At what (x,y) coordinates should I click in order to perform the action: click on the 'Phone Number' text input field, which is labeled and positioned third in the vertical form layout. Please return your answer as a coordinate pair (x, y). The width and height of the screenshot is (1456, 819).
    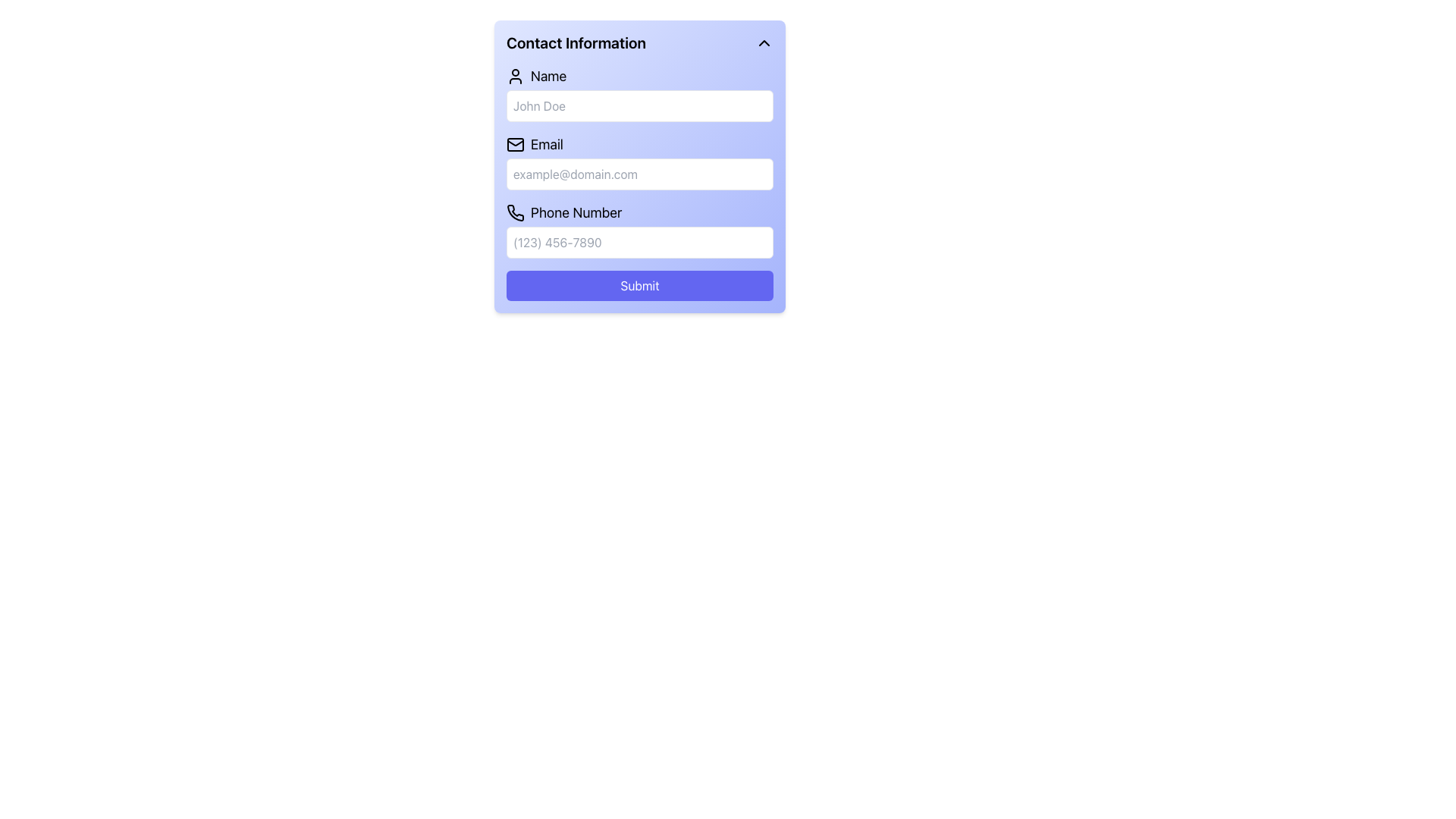
    Looking at the image, I should click on (640, 231).